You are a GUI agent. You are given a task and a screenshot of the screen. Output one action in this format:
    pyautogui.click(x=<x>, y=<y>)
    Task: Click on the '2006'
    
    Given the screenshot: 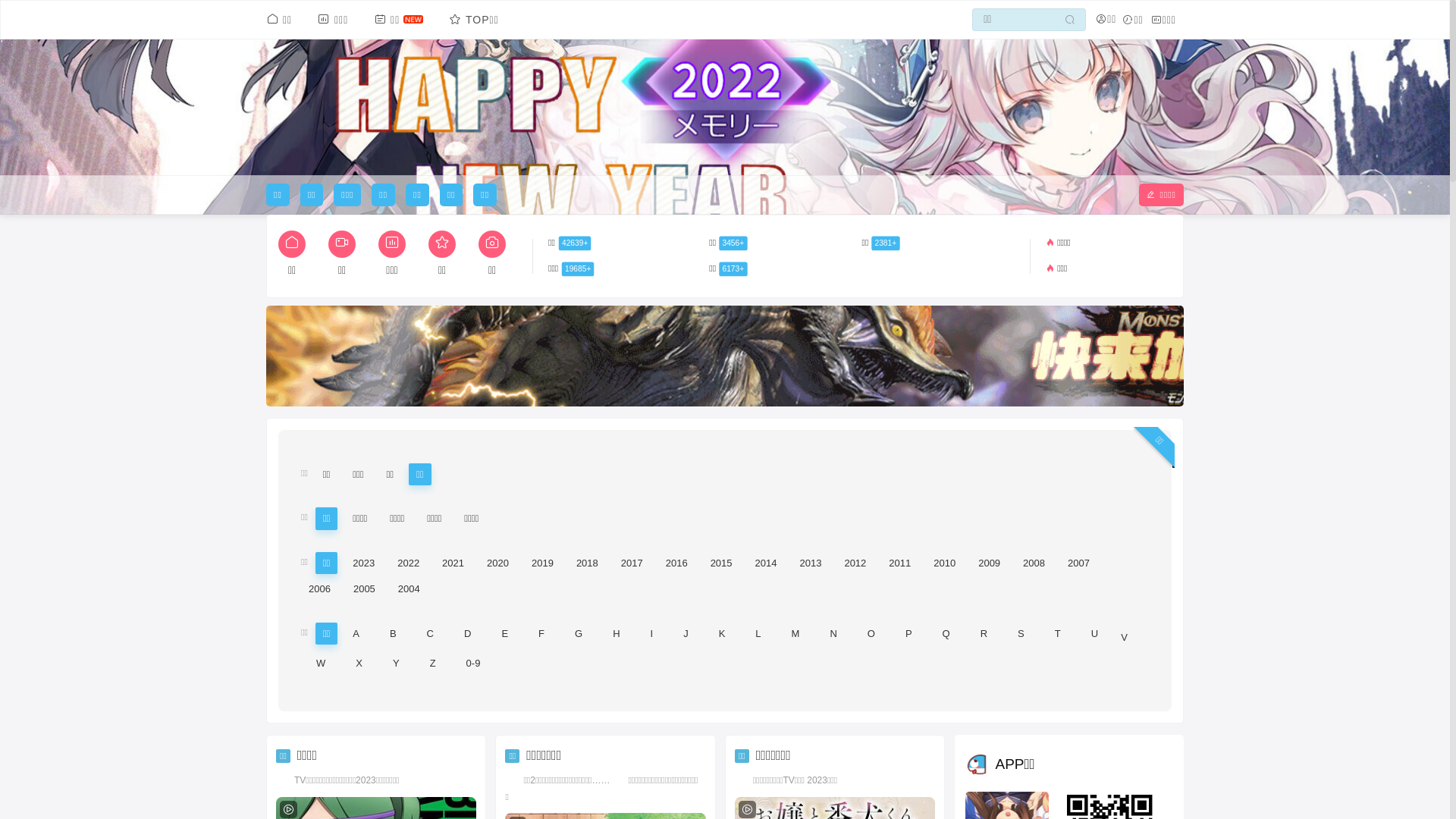 What is the action you would take?
    pyautogui.click(x=318, y=588)
    